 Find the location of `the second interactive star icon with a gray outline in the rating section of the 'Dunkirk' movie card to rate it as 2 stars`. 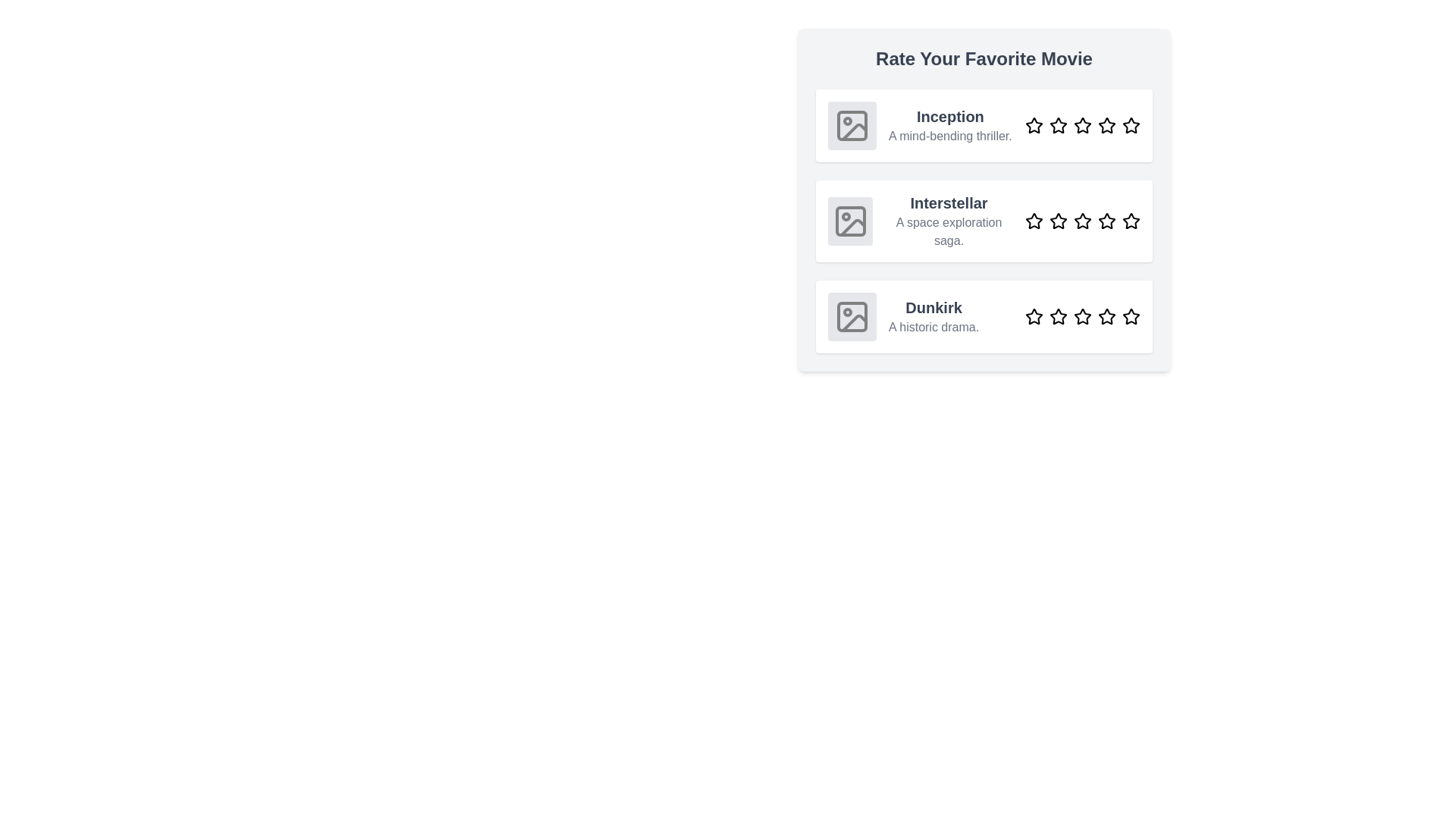

the second interactive star icon with a gray outline in the rating section of the 'Dunkirk' movie card to rate it as 2 stars is located at coordinates (1058, 315).